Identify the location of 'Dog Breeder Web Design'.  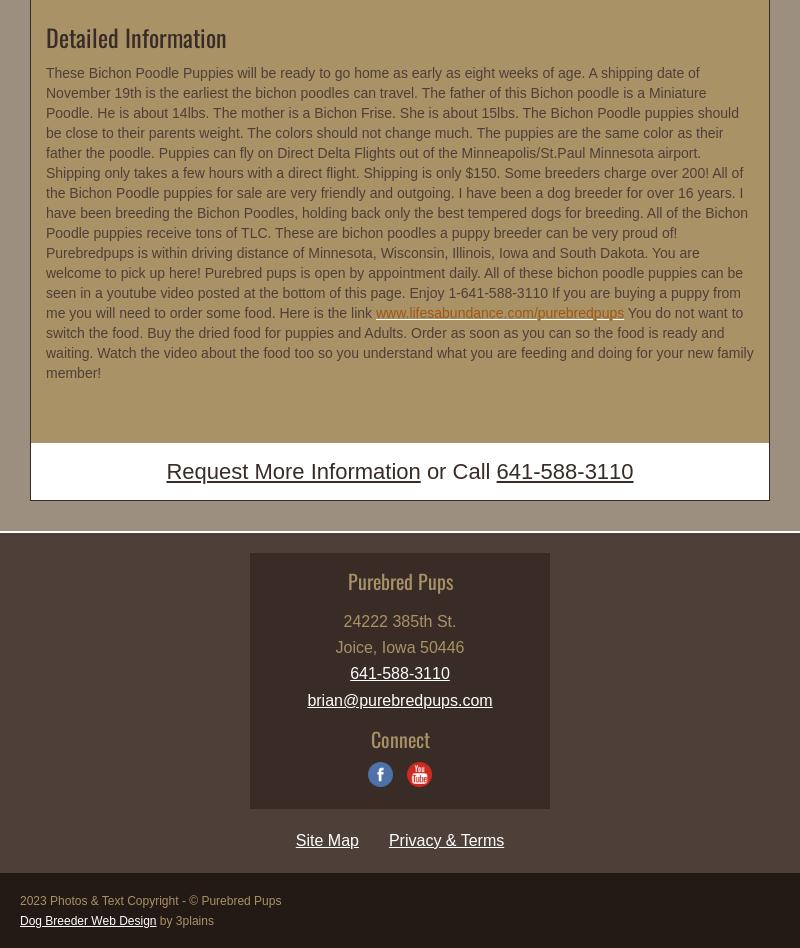
(88, 919).